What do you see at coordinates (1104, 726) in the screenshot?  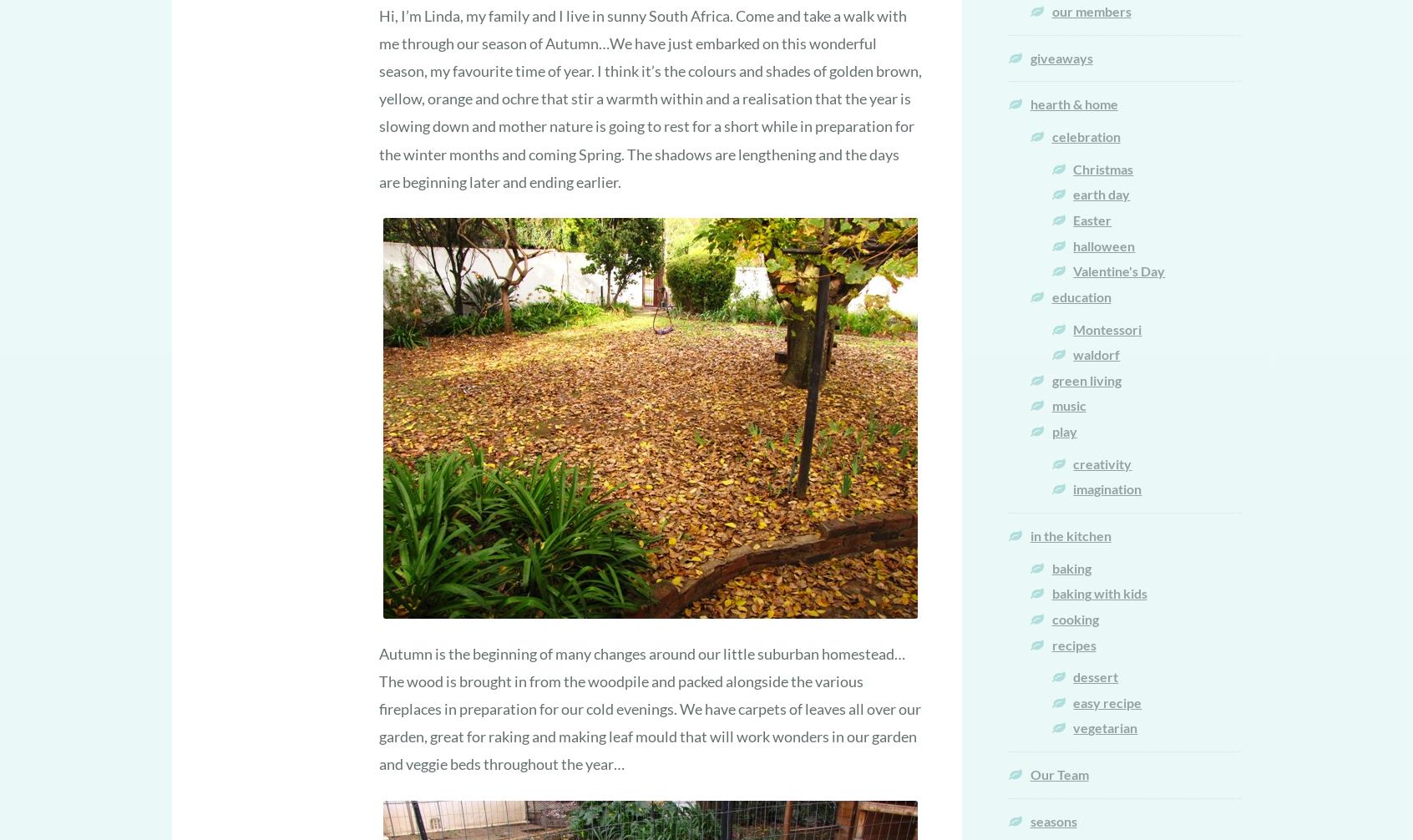 I see `'vegetarian'` at bounding box center [1104, 726].